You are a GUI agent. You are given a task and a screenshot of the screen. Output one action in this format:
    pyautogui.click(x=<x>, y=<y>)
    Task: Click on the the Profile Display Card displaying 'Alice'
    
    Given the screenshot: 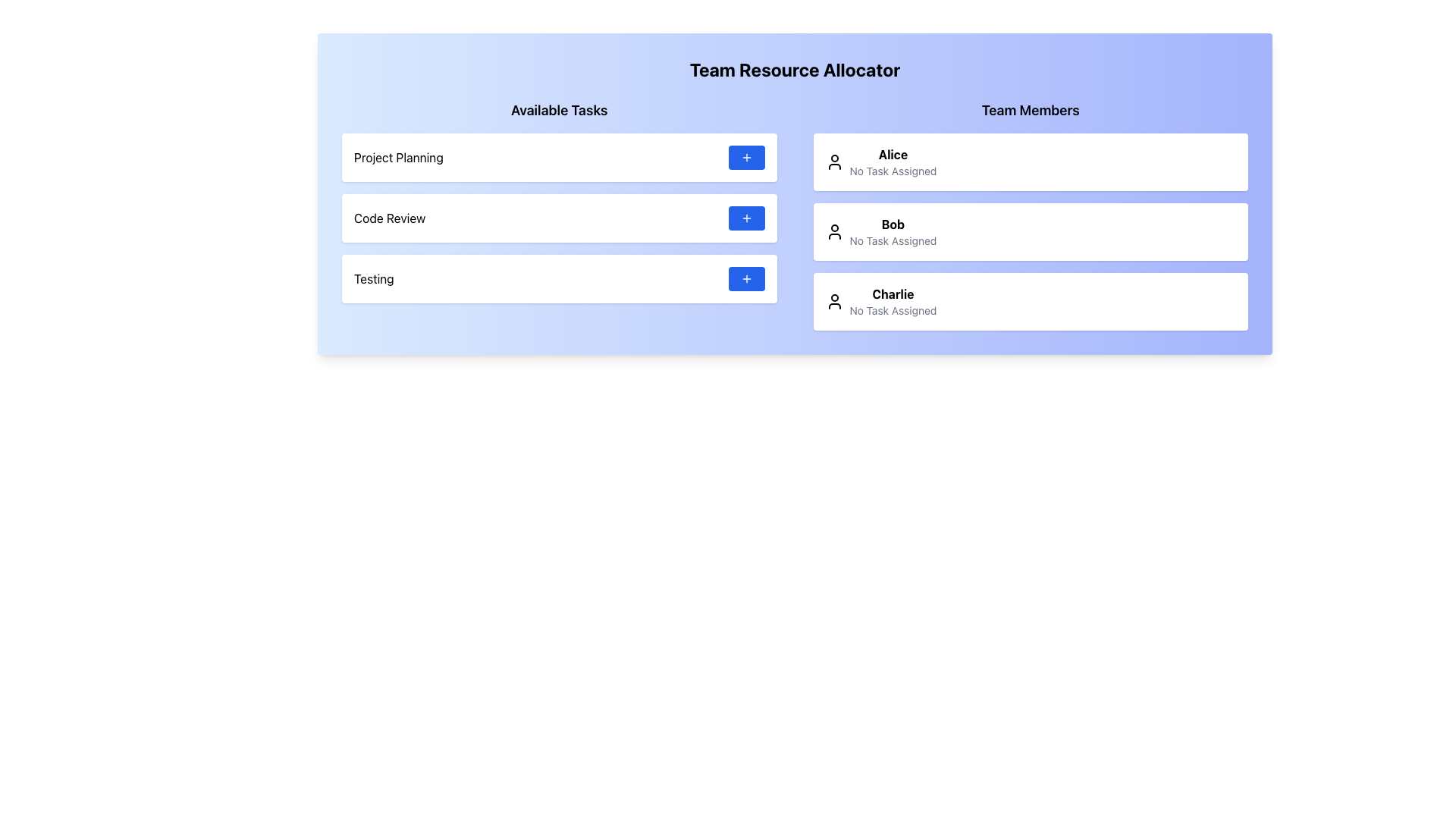 What is the action you would take?
    pyautogui.click(x=1031, y=162)
    